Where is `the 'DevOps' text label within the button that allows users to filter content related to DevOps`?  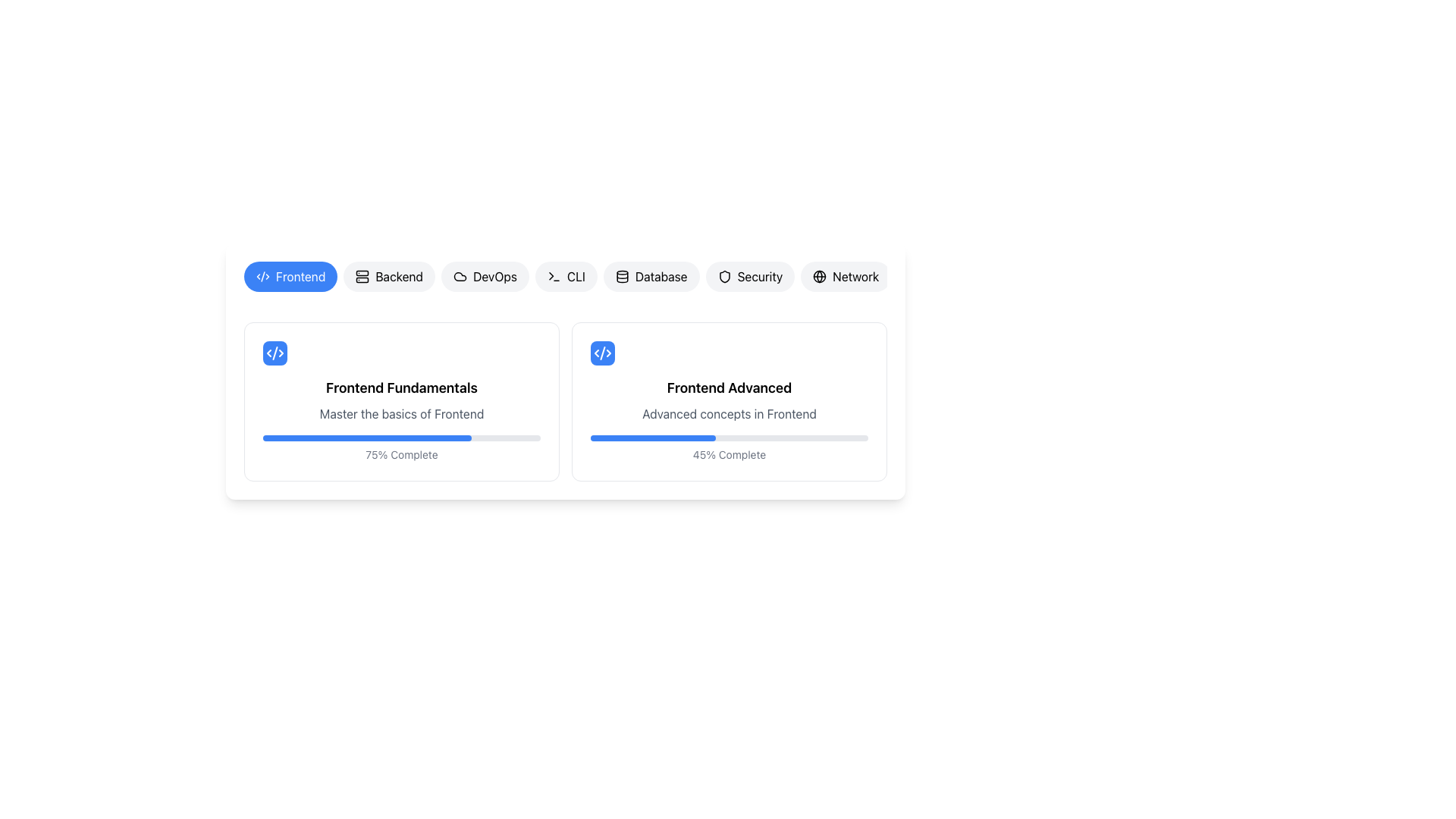 the 'DevOps' text label within the button that allows users to filter content related to DevOps is located at coordinates (494, 277).